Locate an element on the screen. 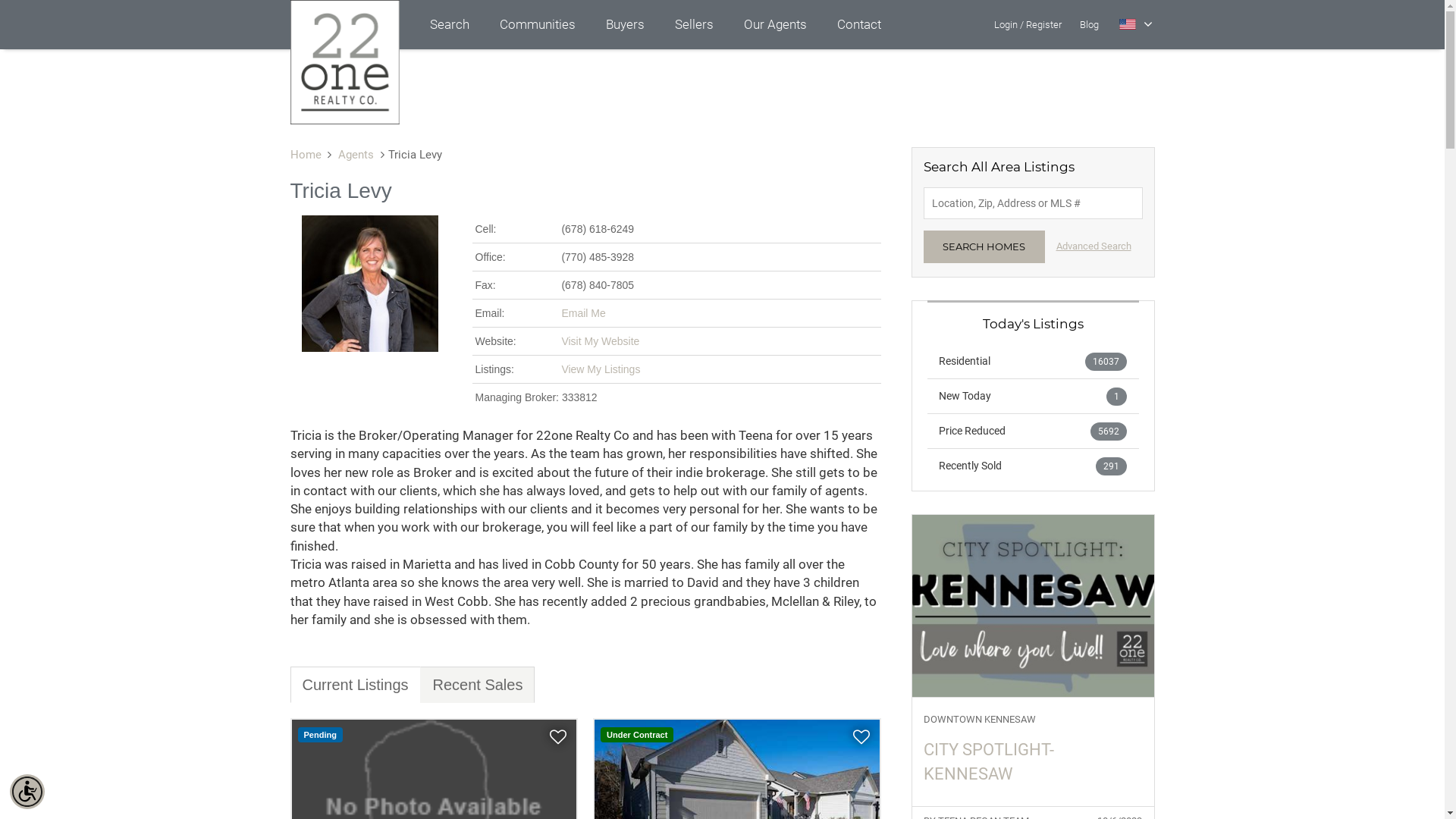  'Select Language' is located at coordinates (1135, 24).